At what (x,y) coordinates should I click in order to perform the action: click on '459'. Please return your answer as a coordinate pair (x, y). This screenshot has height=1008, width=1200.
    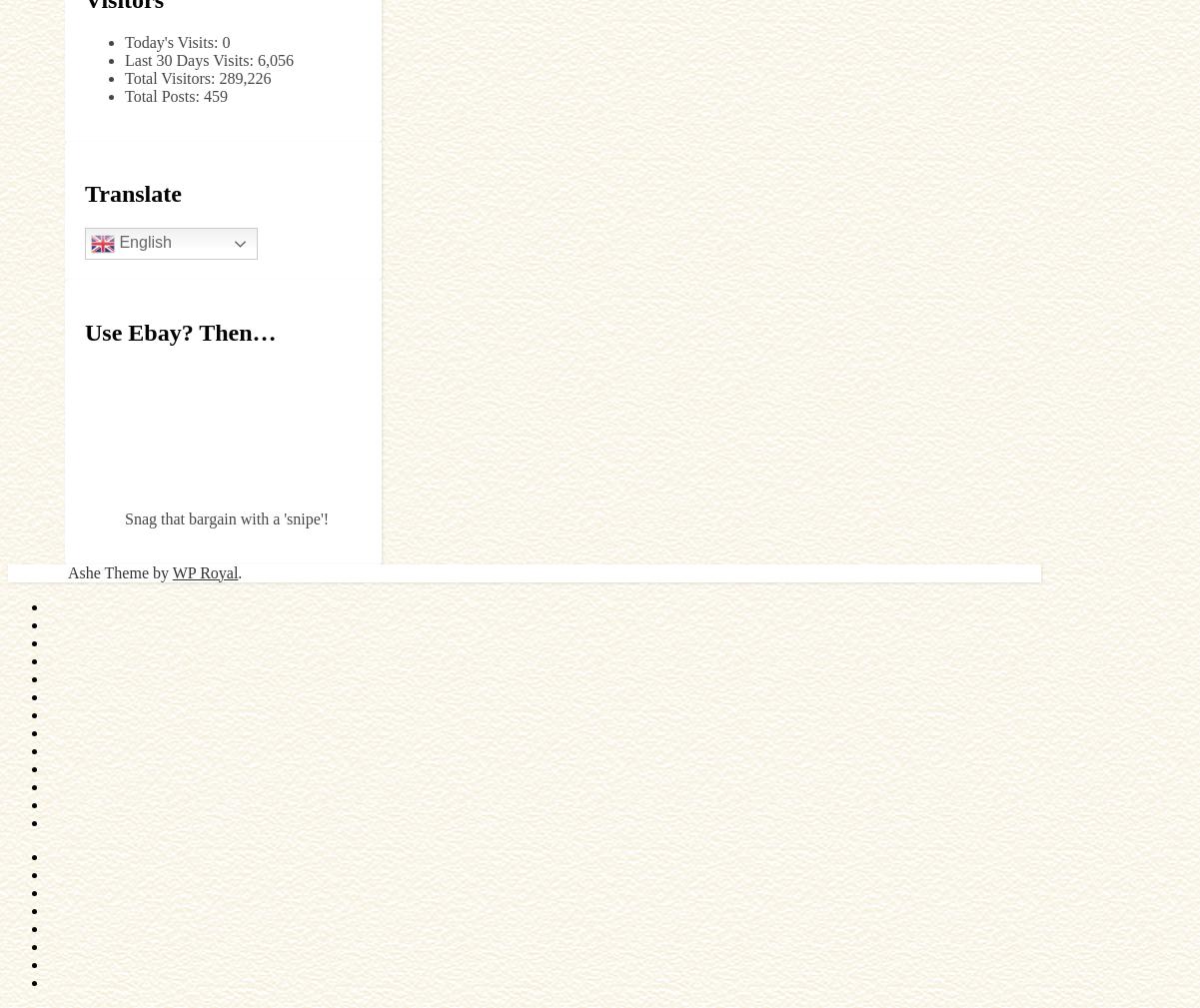
    Looking at the image, I should click on (201, 94).